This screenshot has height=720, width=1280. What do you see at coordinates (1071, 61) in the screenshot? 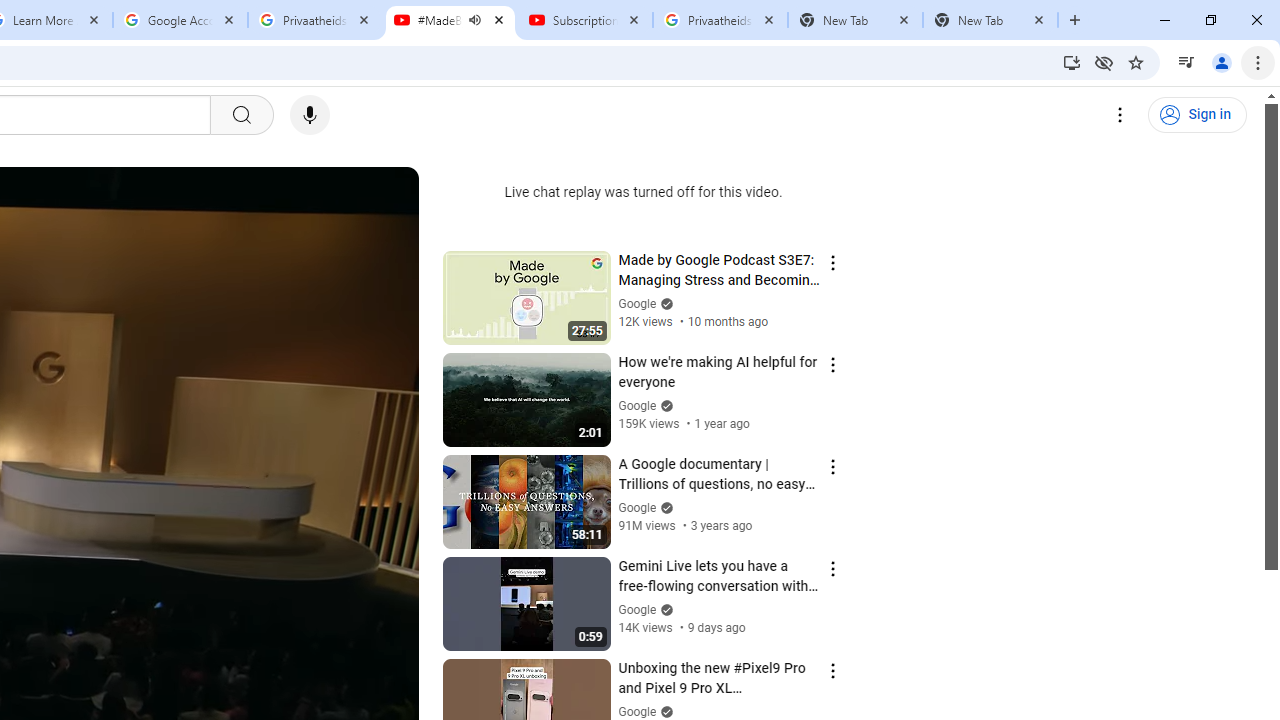
I see `'Install YouTube'` at bounding box center [1071, 61].